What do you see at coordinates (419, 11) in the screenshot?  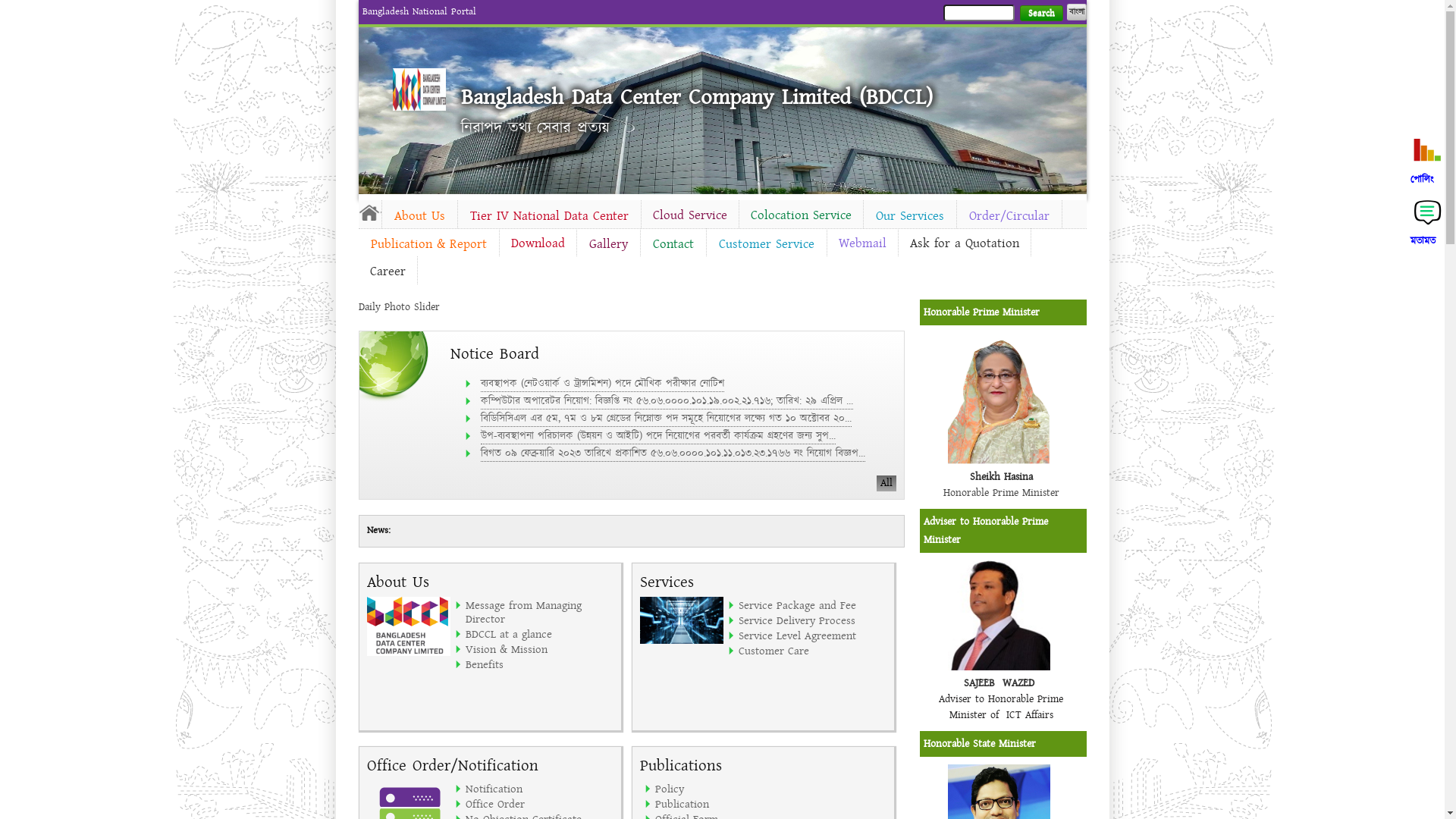 I see `'Bangladesh National Portal'` at bounding box center [419, 11].